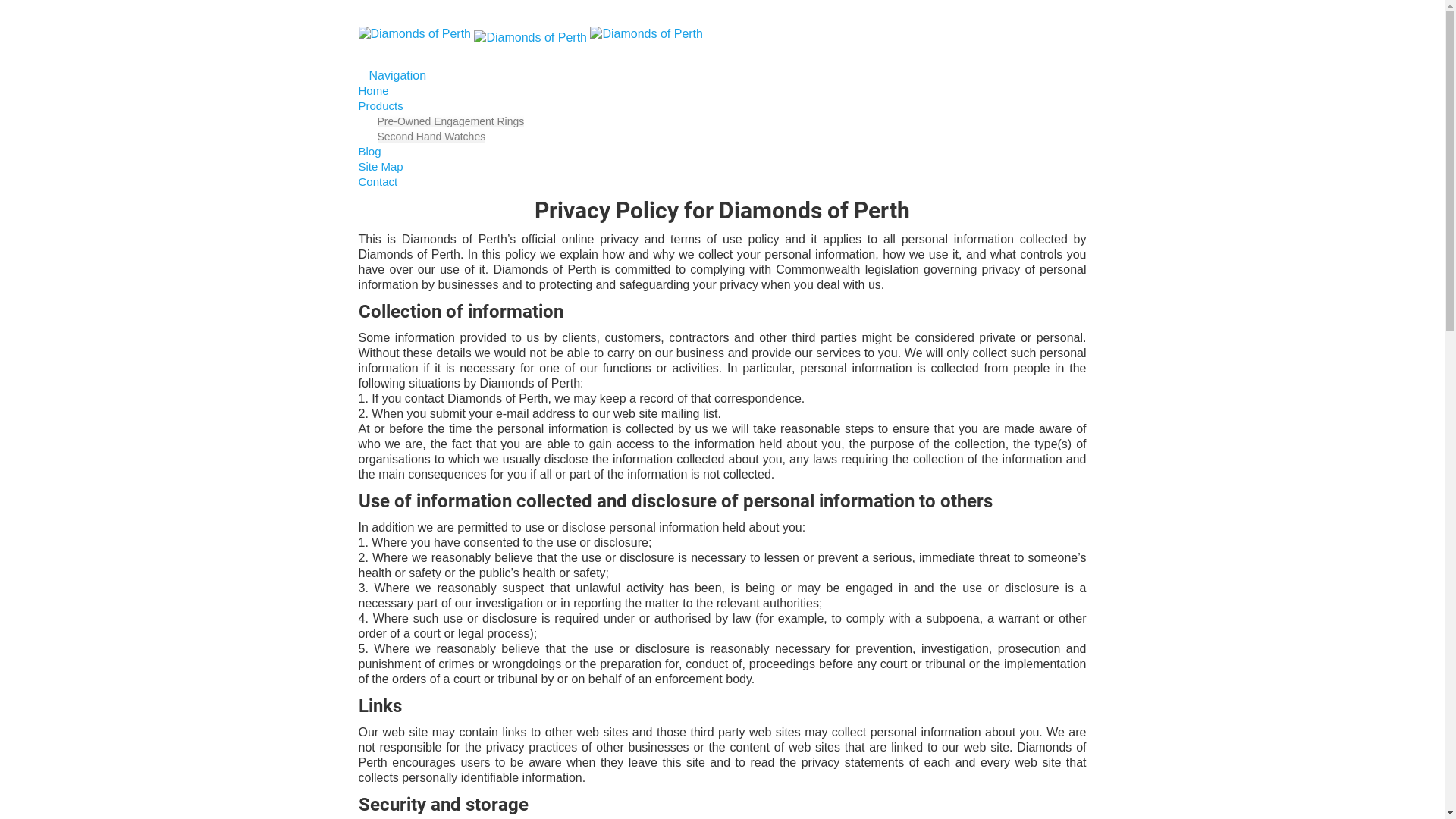 The height and width of the screenshot is (819, 1456). Describe the element at coordinates (378, 180) in the screenshot. I see `'Contact'` at that location.